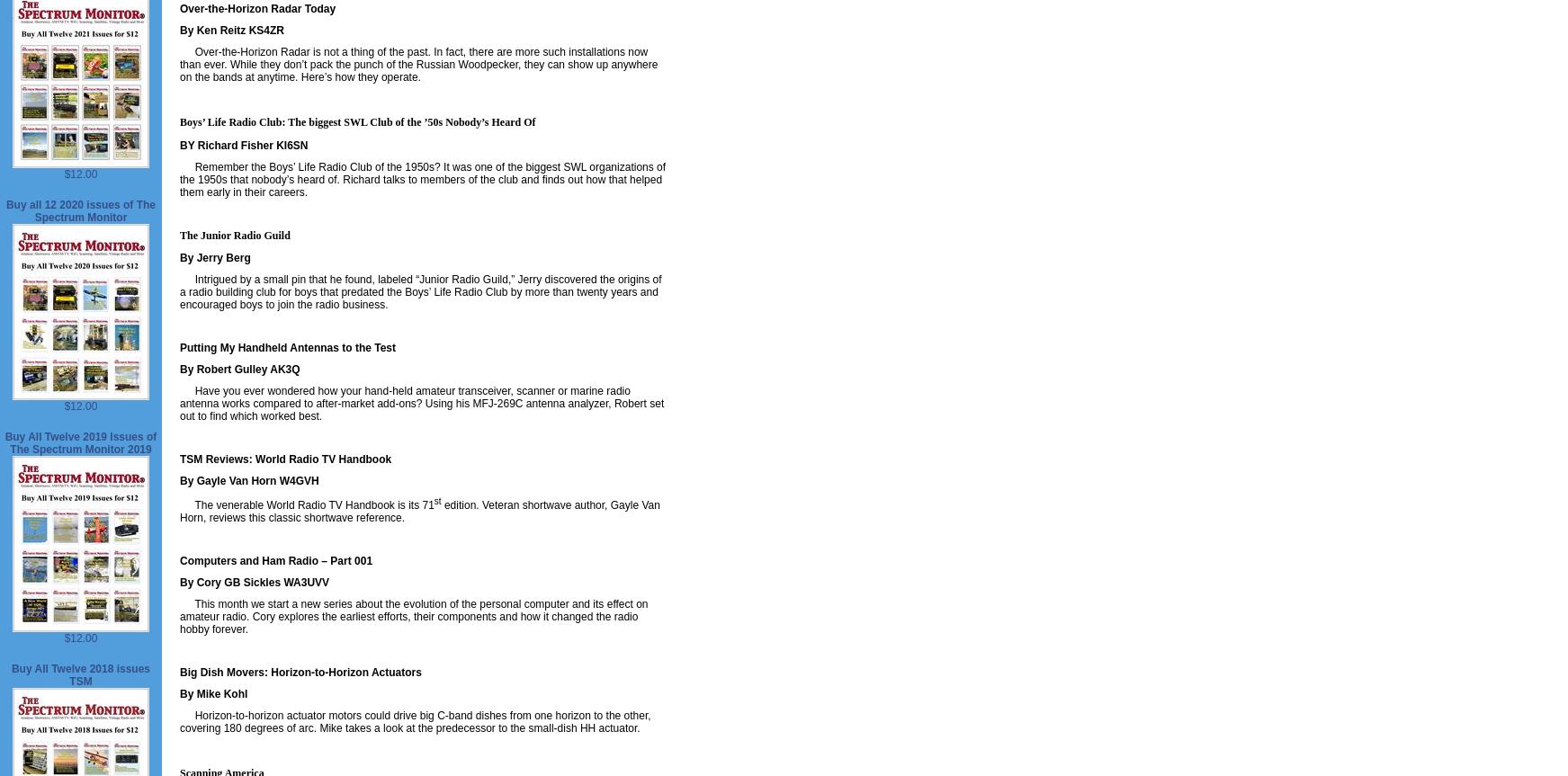 This screenshot has height=776, width=1568. What do you see at coordinates (79, 674) in the screenshot?
I see `'Buy All Twelve 2018 issues TSM'` at bounding box center [79, 674].